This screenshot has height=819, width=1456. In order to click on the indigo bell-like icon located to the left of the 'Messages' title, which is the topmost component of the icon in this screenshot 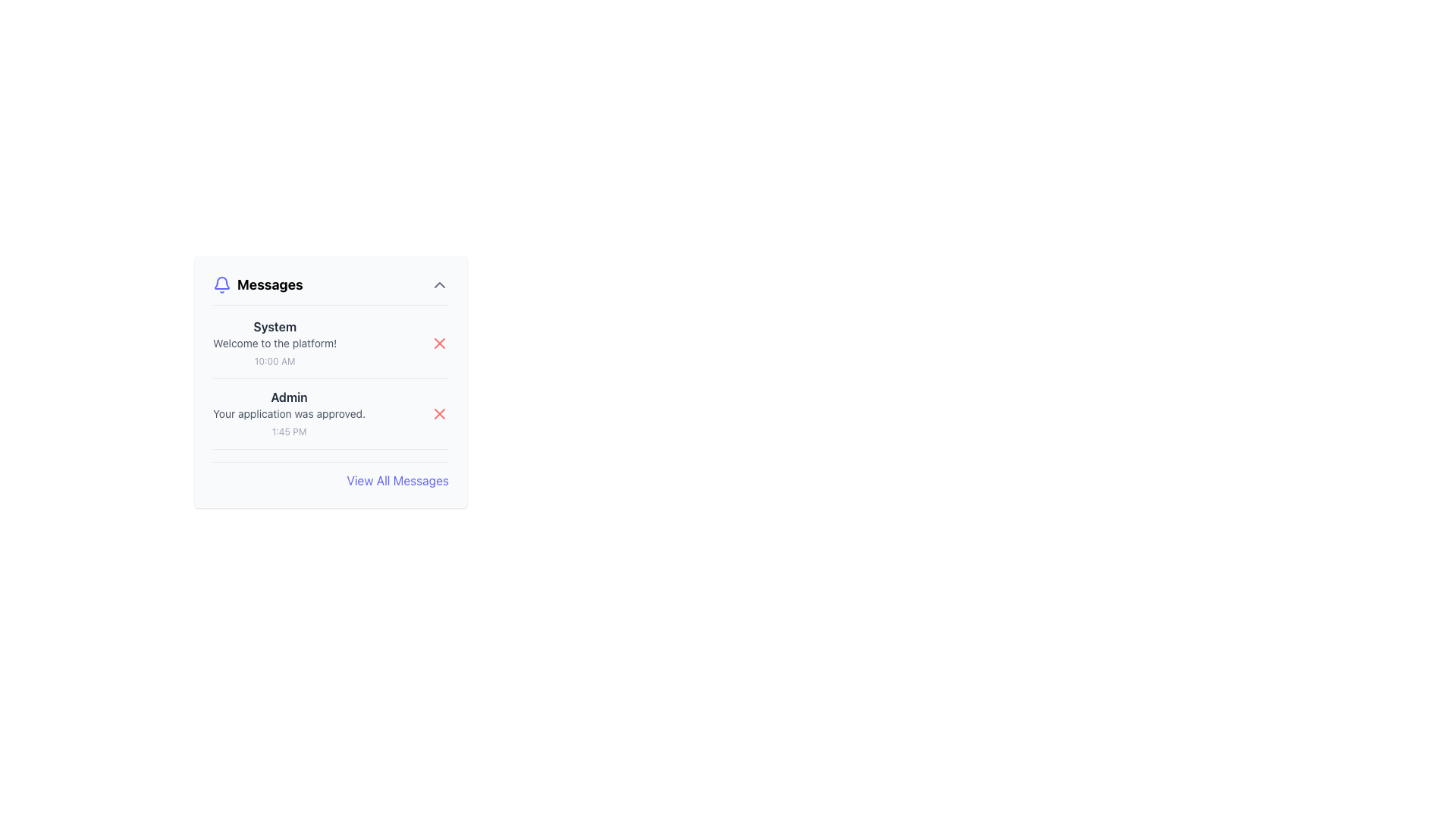, I will do `click(221, 283)`.